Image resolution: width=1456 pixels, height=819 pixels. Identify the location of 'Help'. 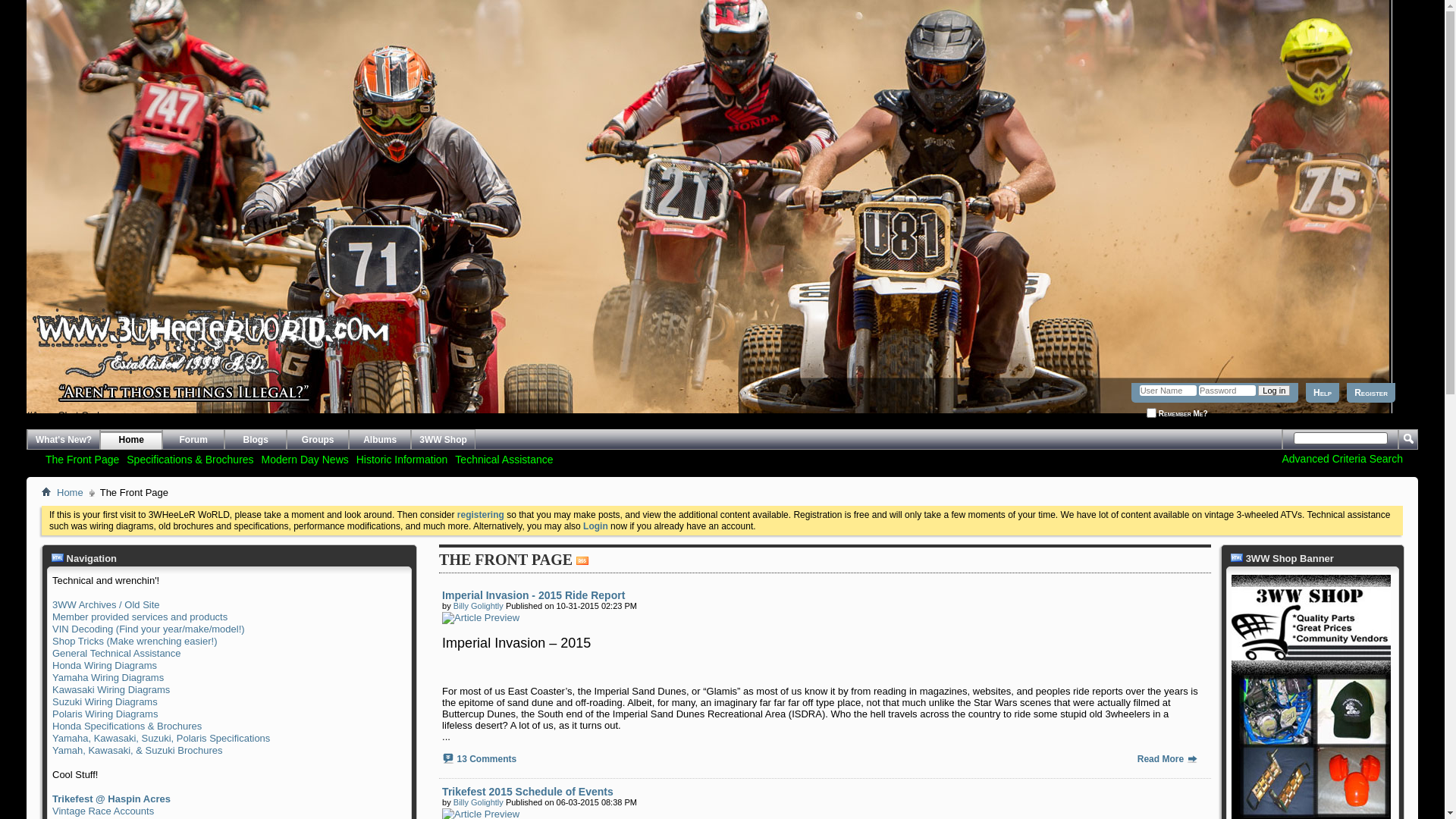
(1321, 391).